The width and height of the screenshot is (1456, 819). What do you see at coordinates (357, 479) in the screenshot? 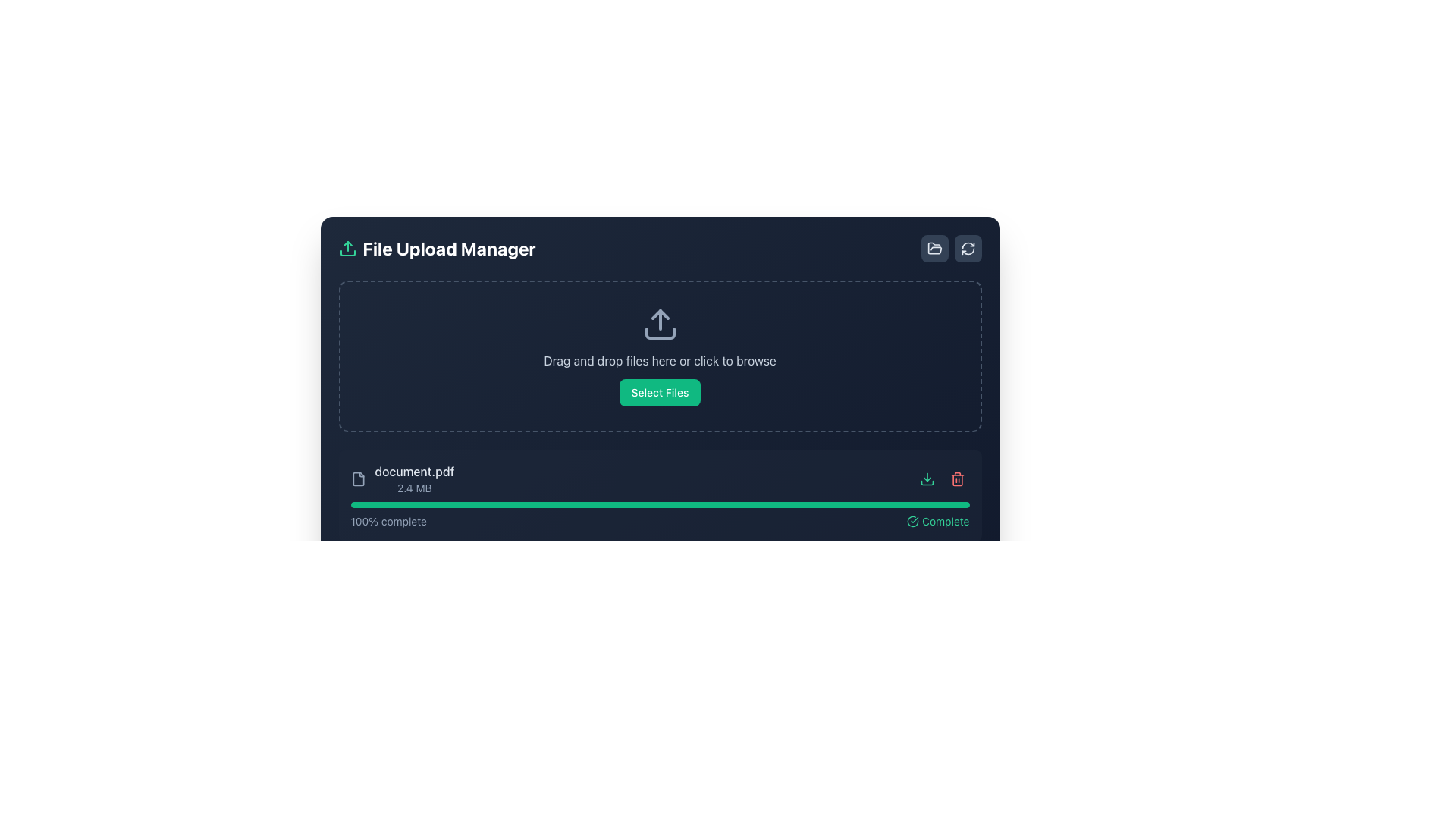
I see `the file icon representing 'document.pdf', which is a slate gray square document with a folded corner, located in the upload list section` at bounding box center [357, 479].